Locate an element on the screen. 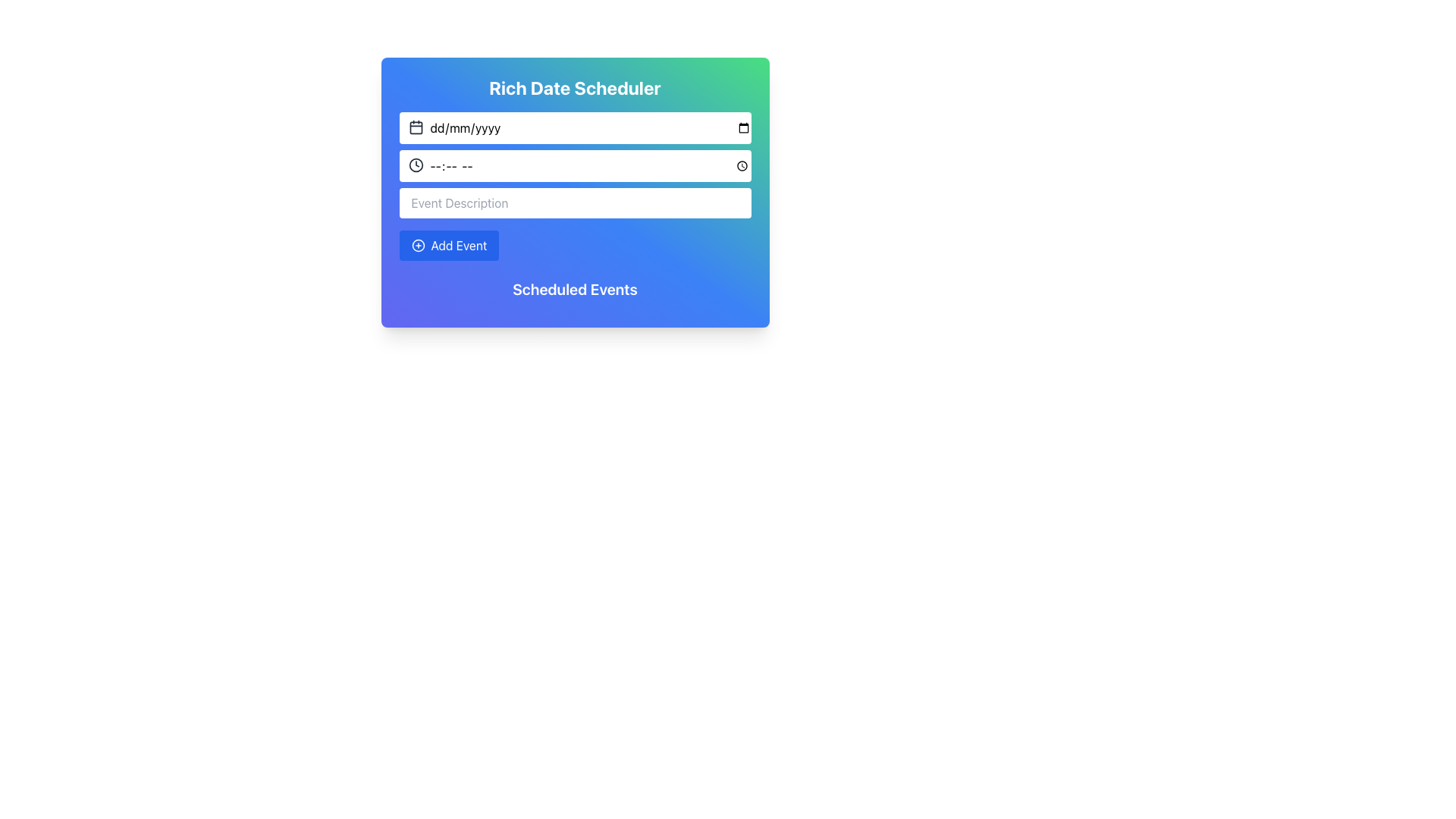 Image resolution: width=1456 pixels, height=819 pixels. the 'Add Event' button located below the 'Event Description' input field to observe the hover effects is located at coordinates (448, 245).